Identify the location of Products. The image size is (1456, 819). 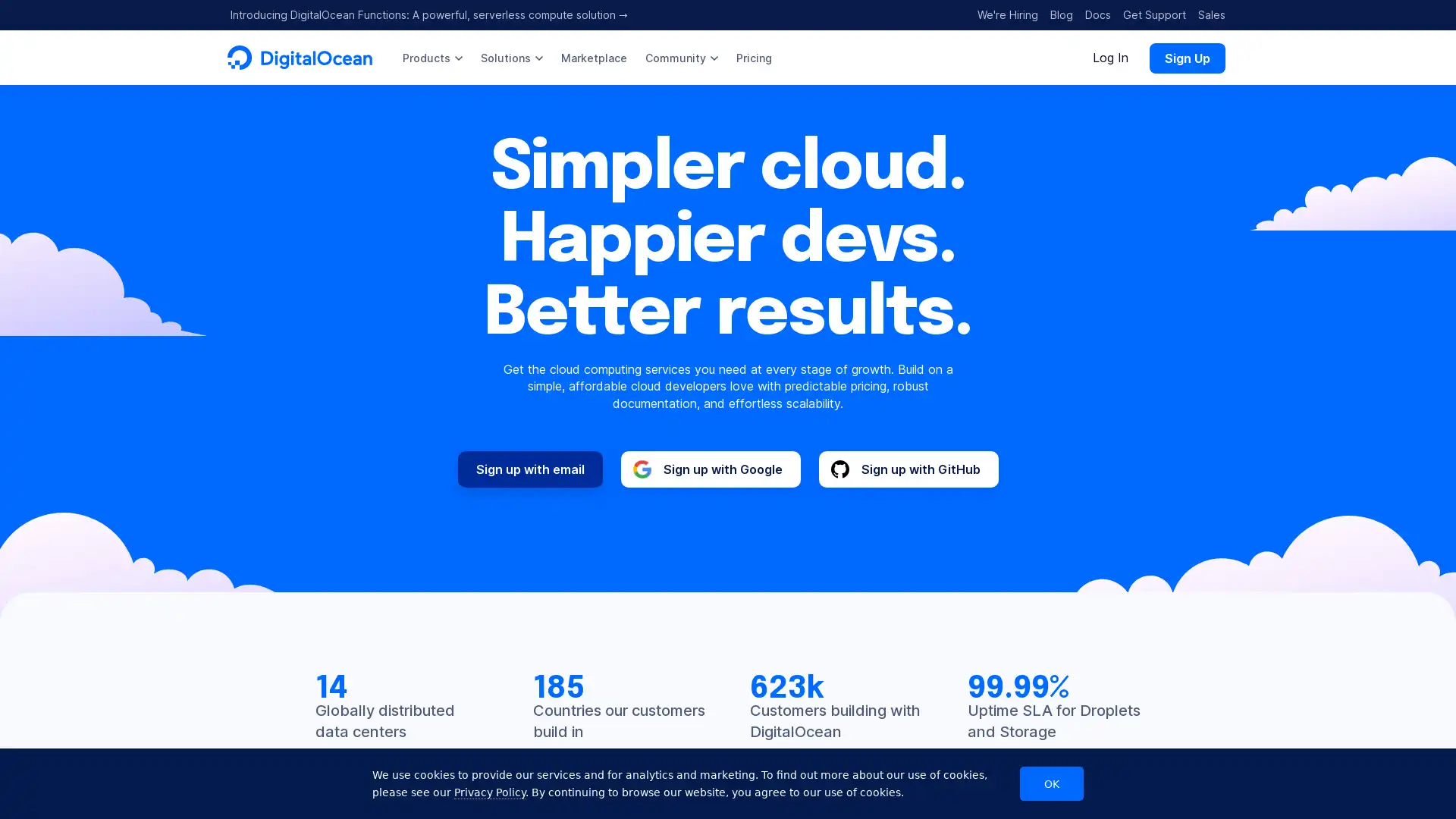
(431, 57).